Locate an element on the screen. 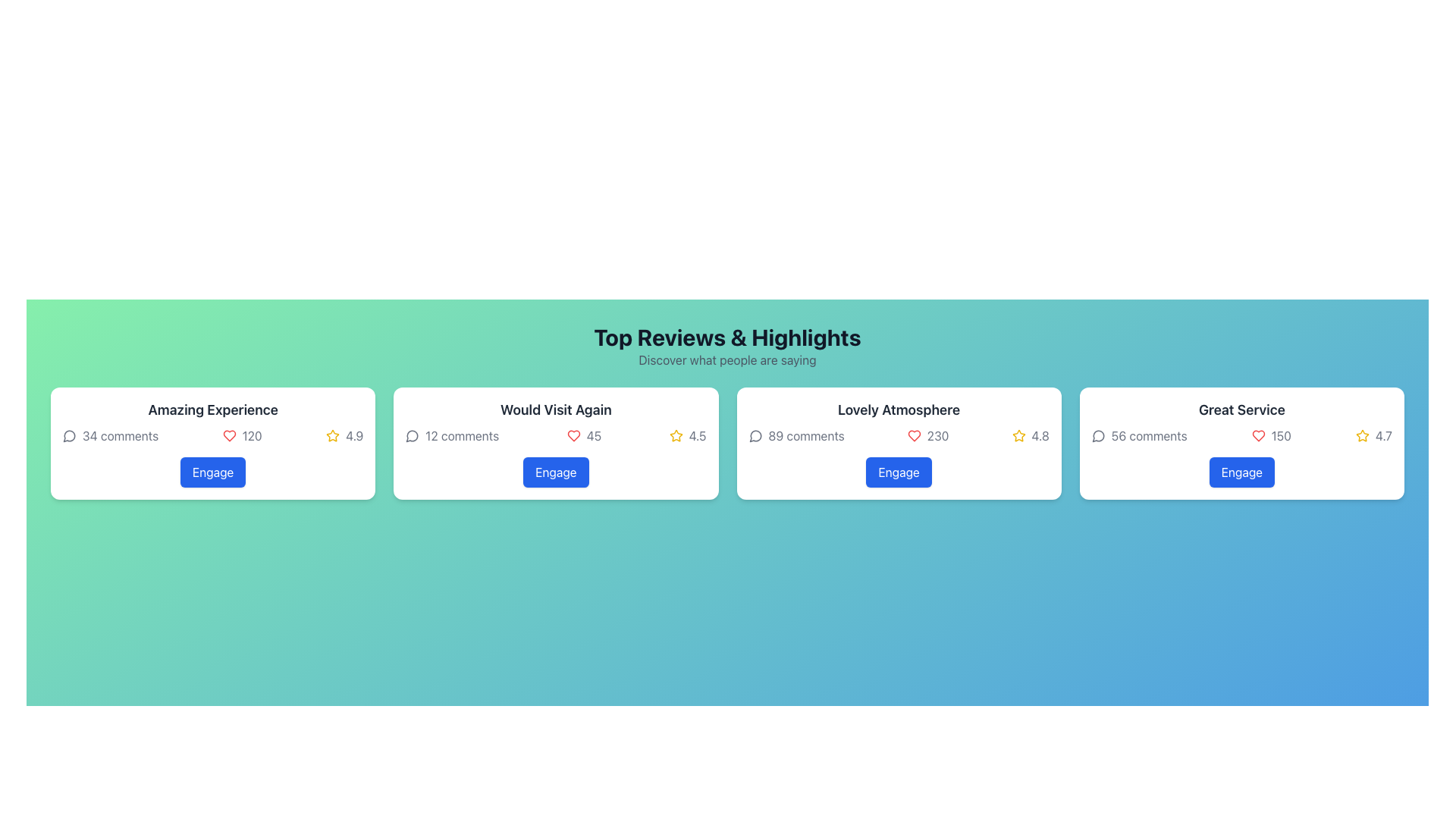 The height and width of the screenshot is (819, 1456). the Text Header element that serves as a title for the section containing reviews and highlights, located at the top of the section with a subtitle below it is located at coordinates (726, 336).